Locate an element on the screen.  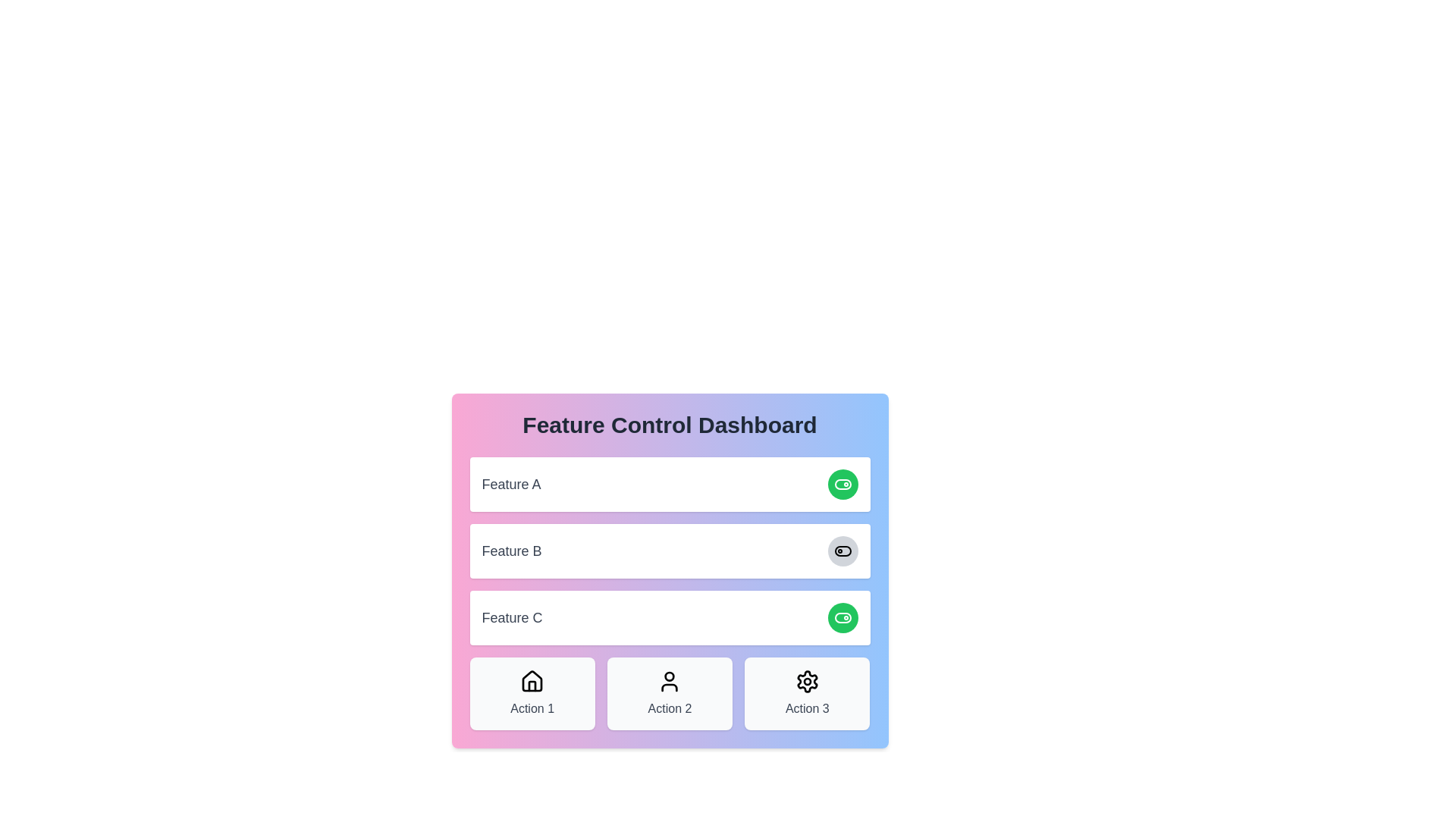
the button in the second column of the three-column grid at the bottom of the interface is located at coordinates (669, 693).